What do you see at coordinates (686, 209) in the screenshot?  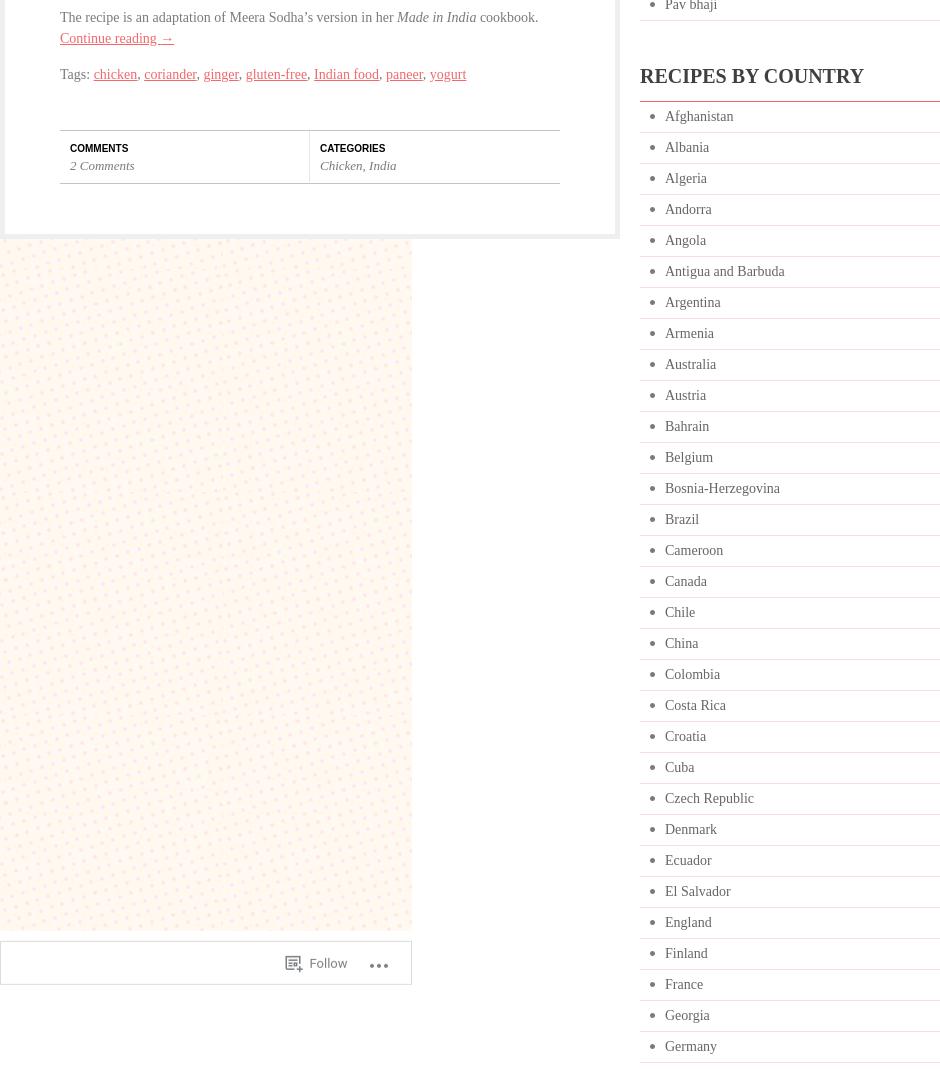 I see `'Andorra'` at bounding box center [686, 209].